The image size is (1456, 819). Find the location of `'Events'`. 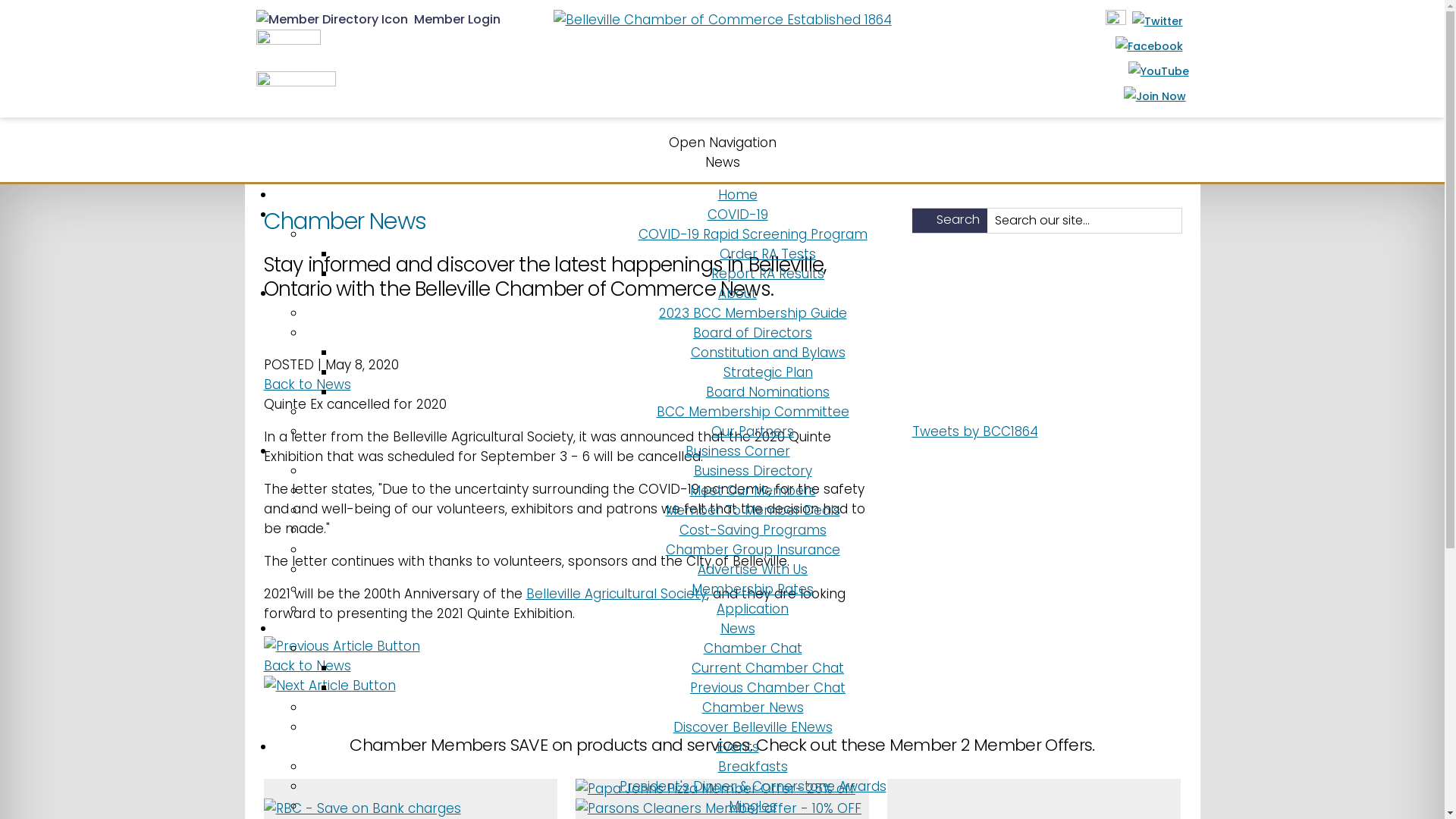

'Events' is located at coordinates (736, 745).